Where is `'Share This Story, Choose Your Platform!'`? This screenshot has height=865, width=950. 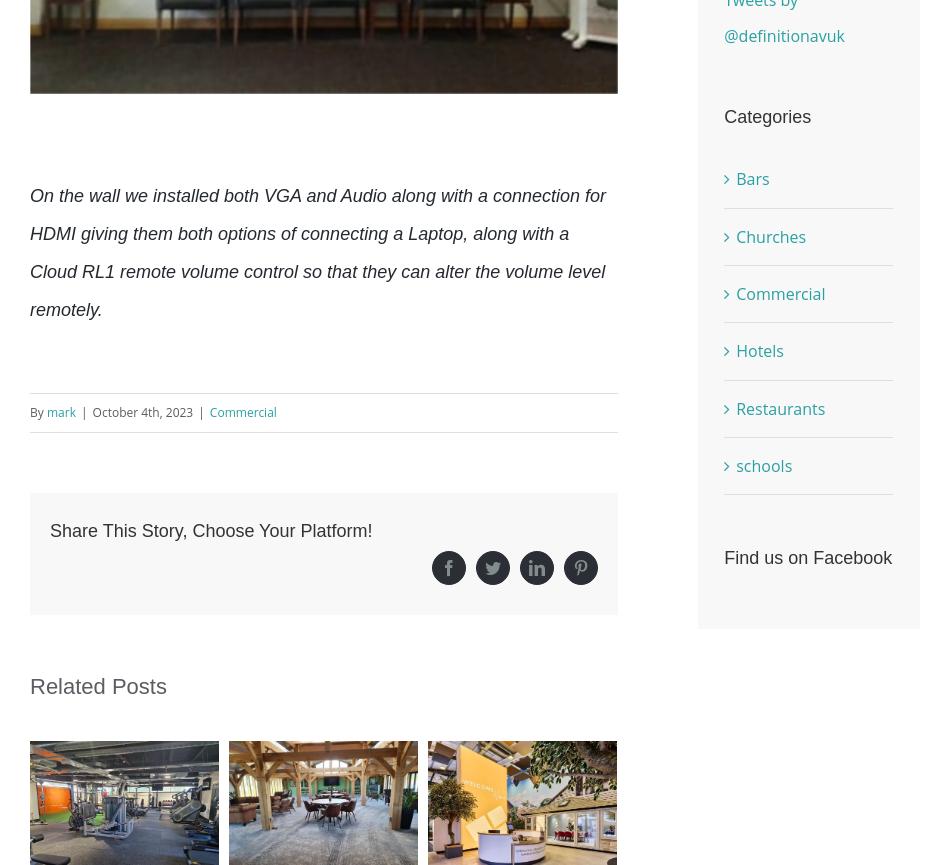
'Share This Story, Choose Your Platform!' is located at coordinates (210, 528).